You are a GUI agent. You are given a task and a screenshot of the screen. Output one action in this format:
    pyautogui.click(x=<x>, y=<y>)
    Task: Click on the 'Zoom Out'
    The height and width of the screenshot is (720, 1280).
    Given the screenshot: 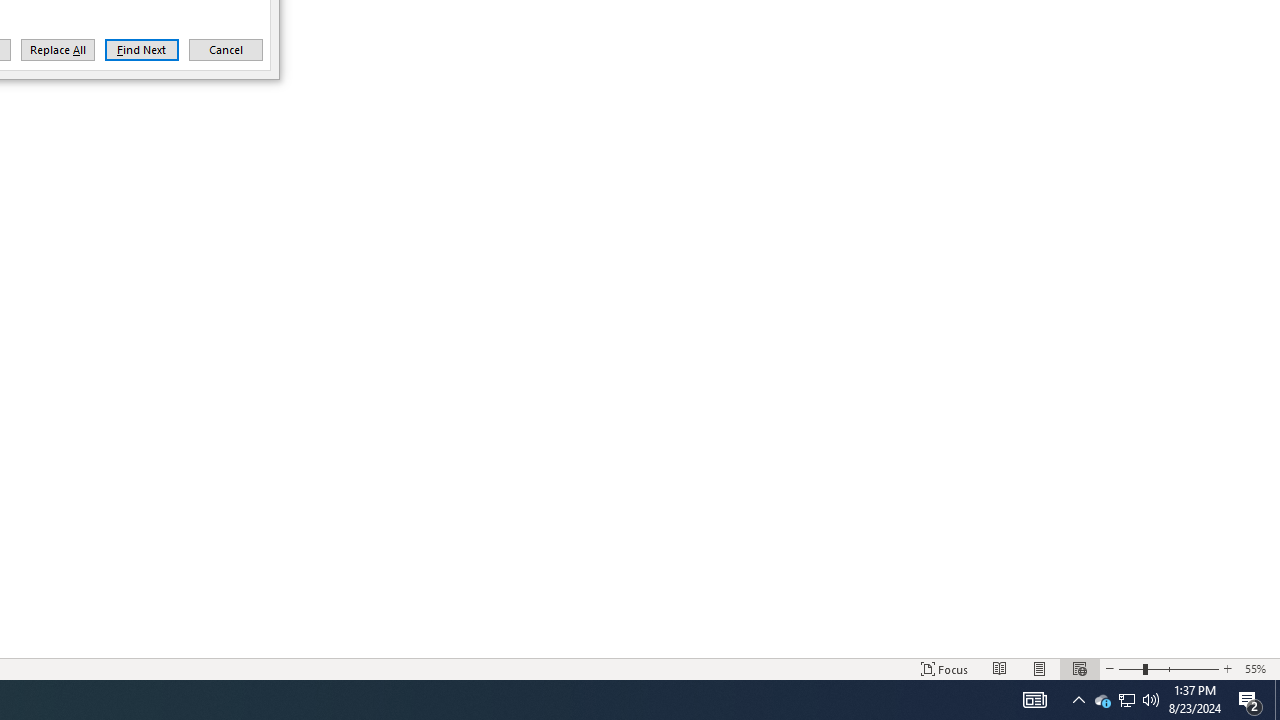 What is the action you would take?
    pyautogui.click(x=1130, y=669)
    